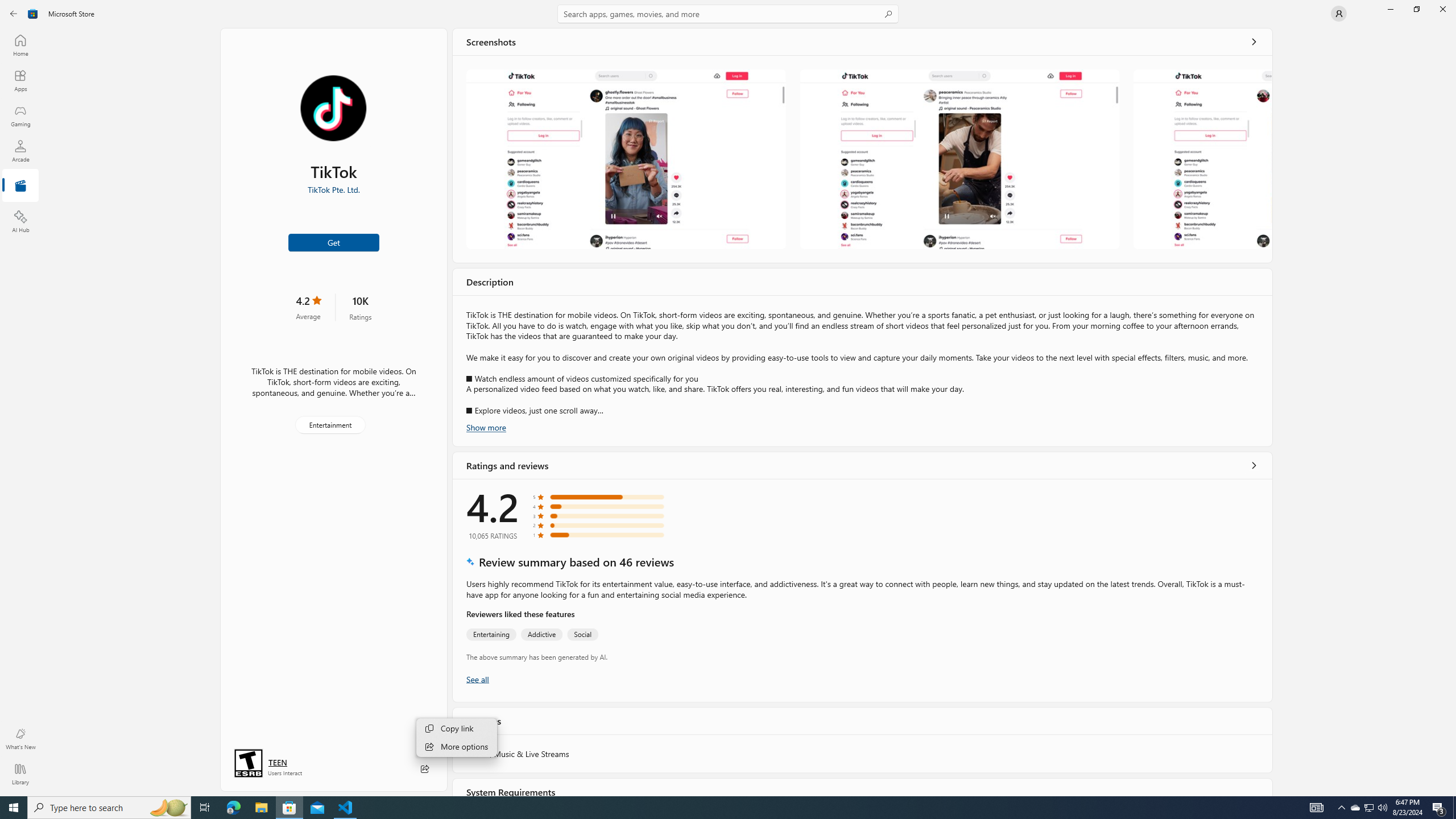 The height and width of the screenshot is (819, 1456). Describe the element at coordinates (959, 159) in the screenshot. I see `'Screenshot 2'` at that location.